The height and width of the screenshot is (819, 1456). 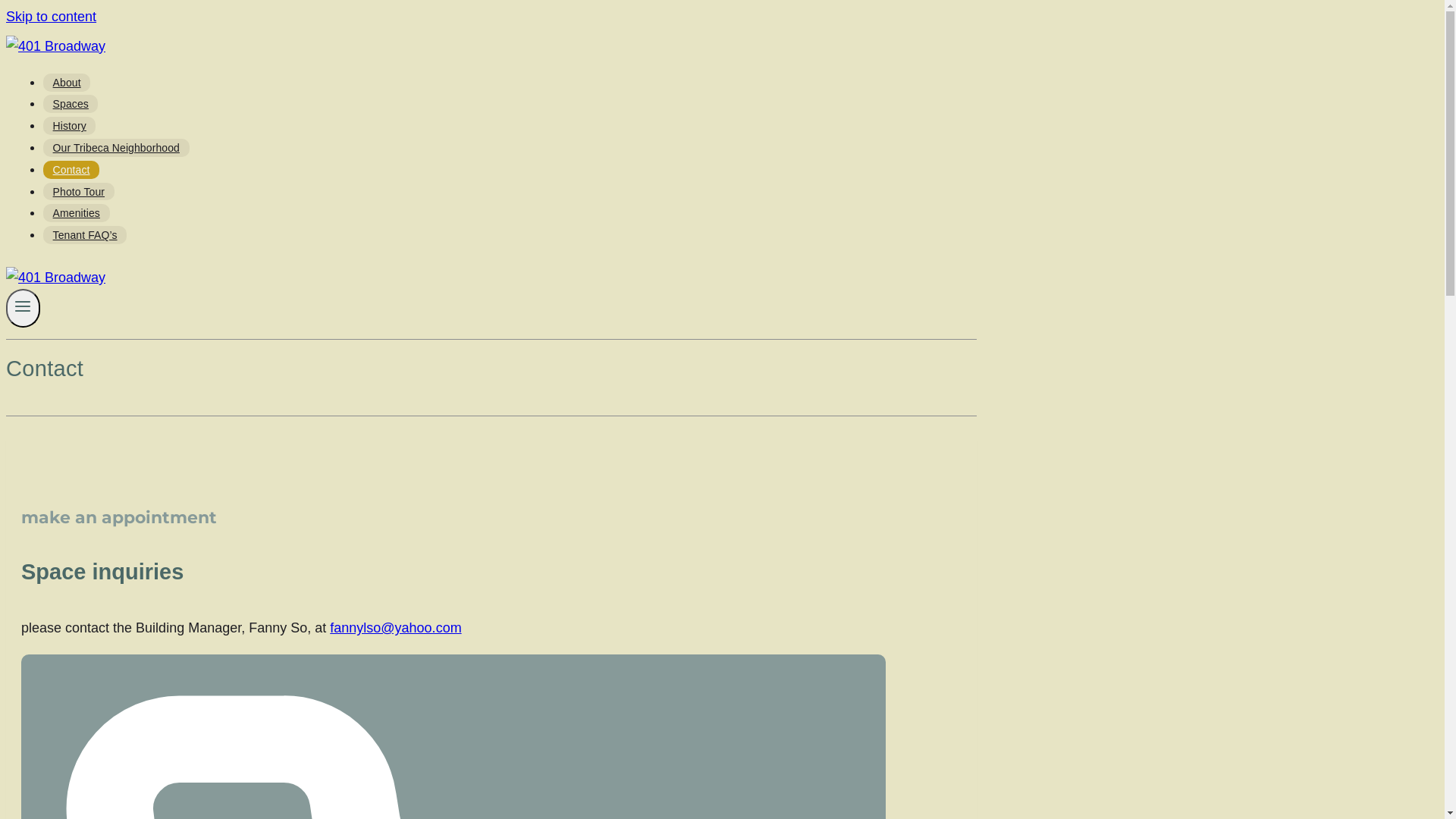 I want to click on 'About', so click(x=65, y=82).